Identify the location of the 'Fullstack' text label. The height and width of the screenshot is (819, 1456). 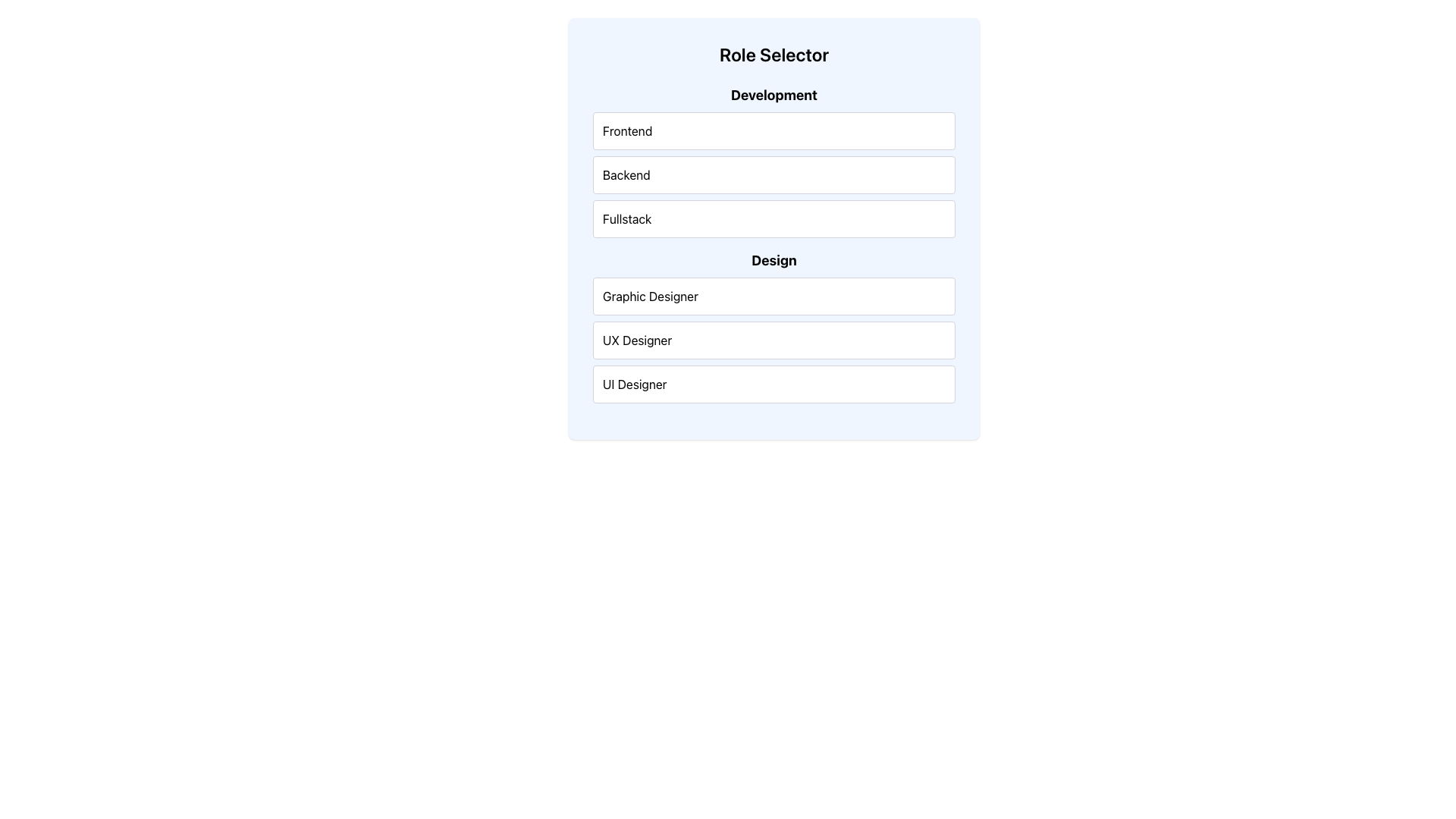
(627, 219).